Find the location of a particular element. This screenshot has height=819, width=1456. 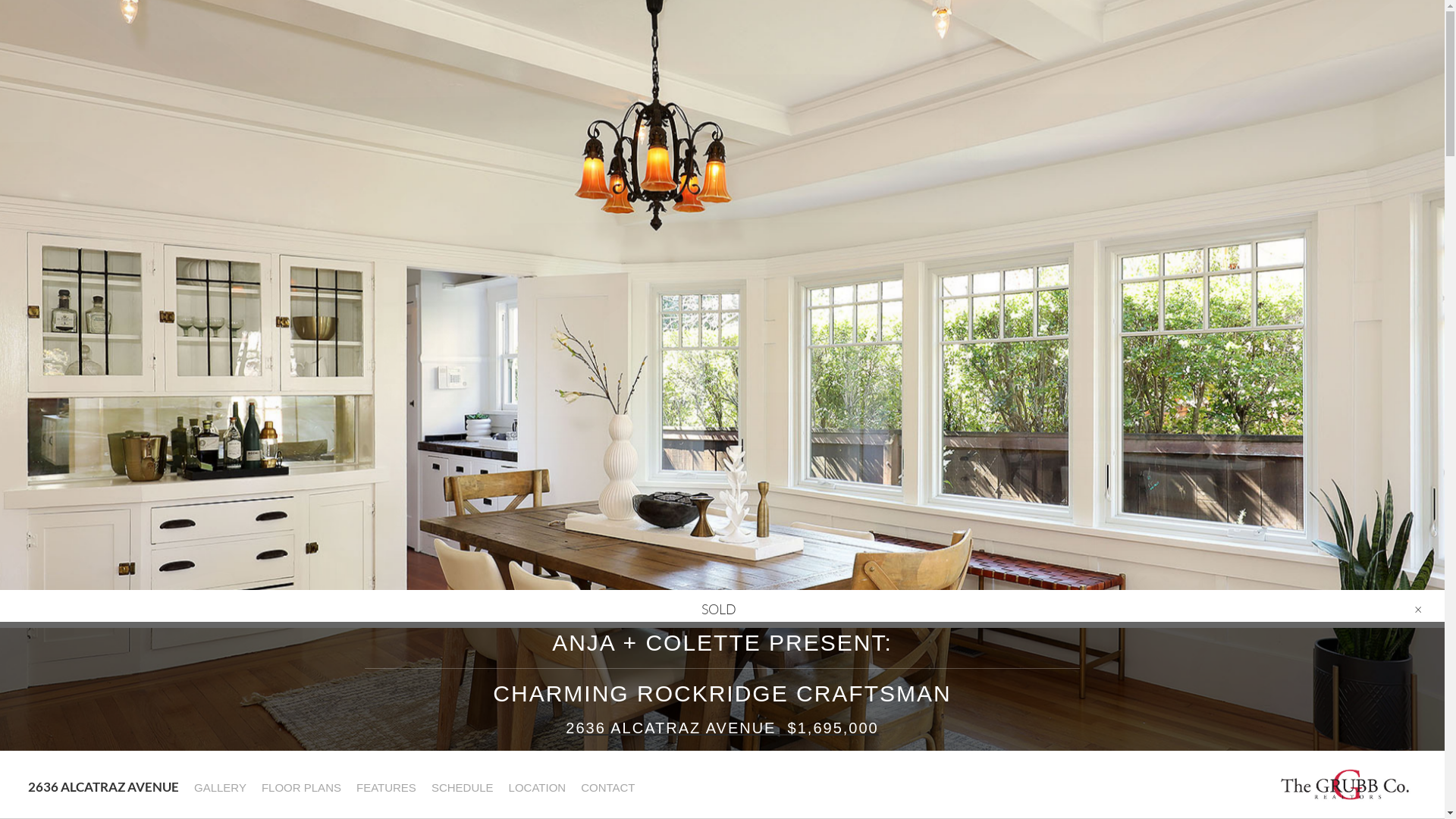

'2636 ALCATRAZ AVENUE' is located at coordinates (102, 786).